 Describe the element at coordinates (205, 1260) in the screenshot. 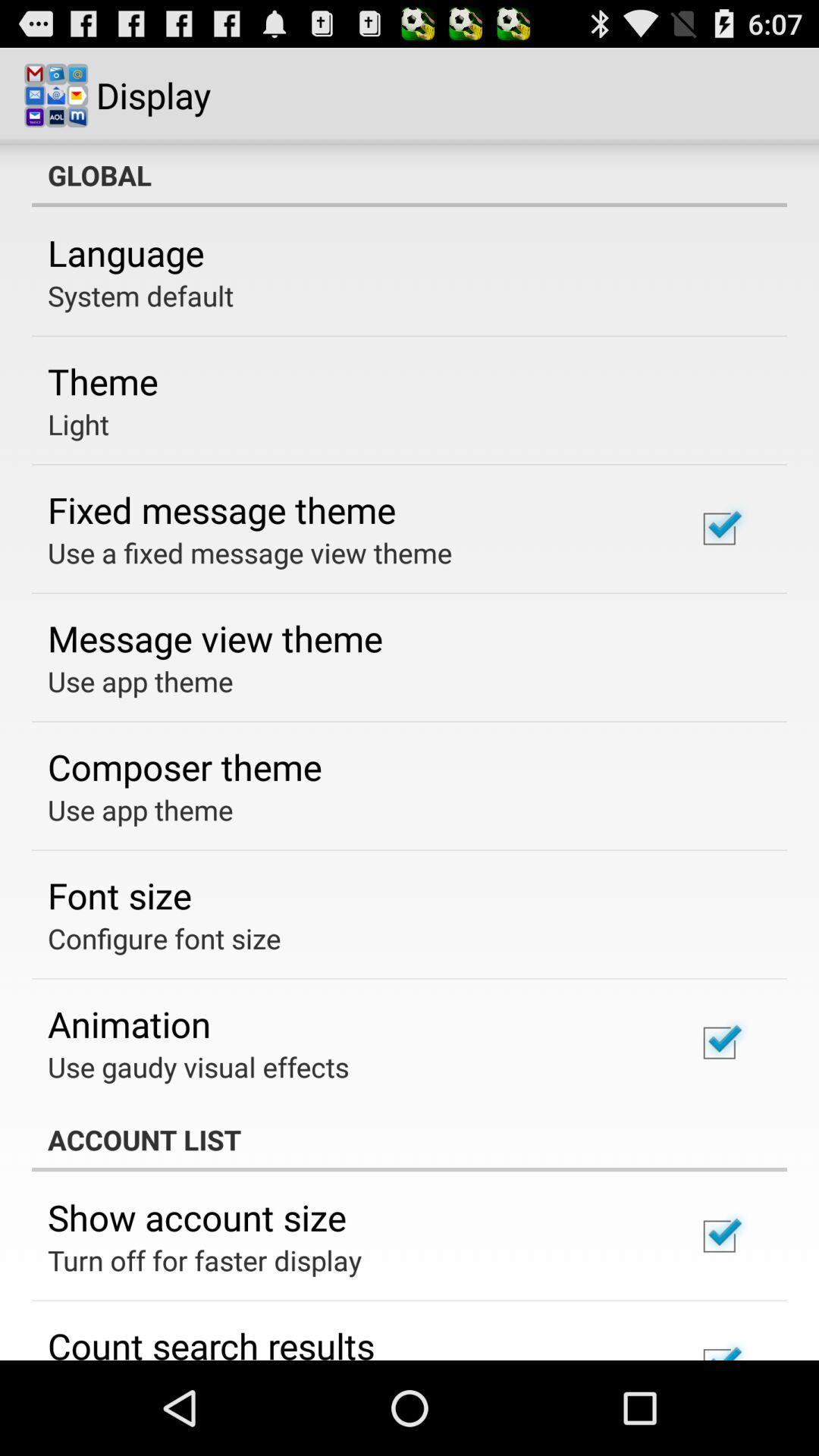

I see `the item below show account size app` at that location.